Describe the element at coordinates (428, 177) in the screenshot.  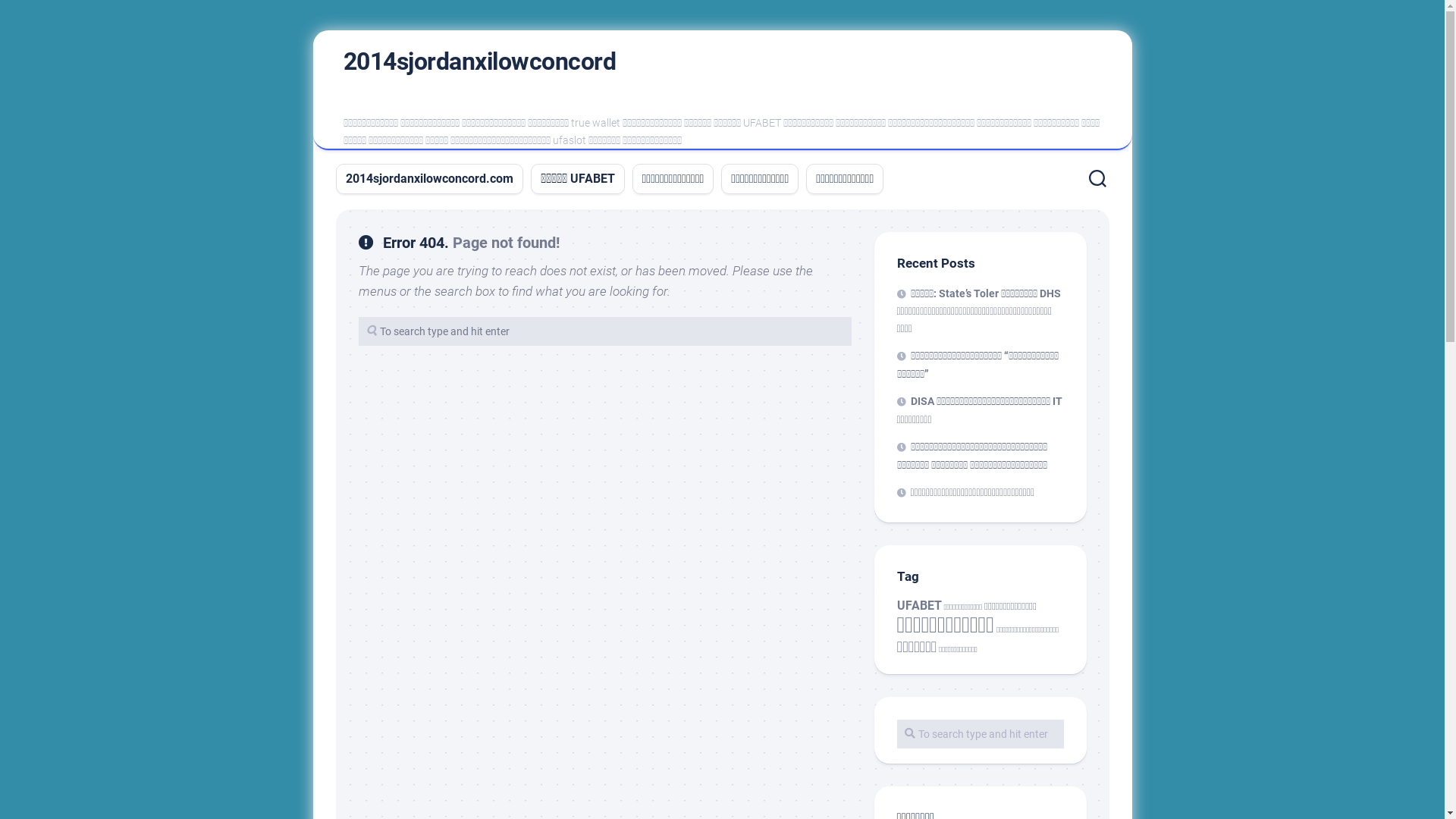
I see `'2014sjordanxilowconcord.com'` at that location.